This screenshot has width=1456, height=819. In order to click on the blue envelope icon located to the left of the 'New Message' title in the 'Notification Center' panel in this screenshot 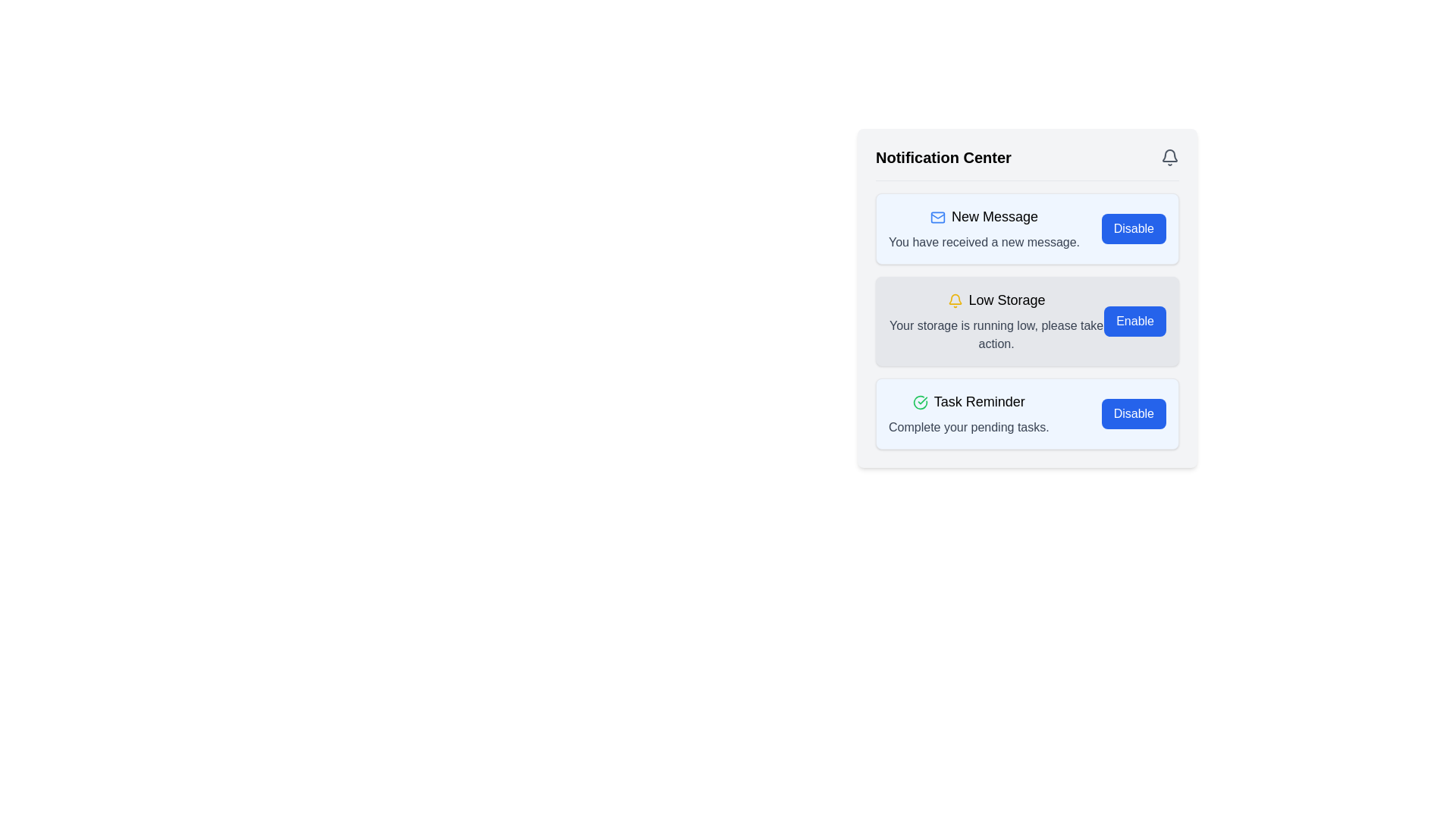, I will do `click(937, 218)`.